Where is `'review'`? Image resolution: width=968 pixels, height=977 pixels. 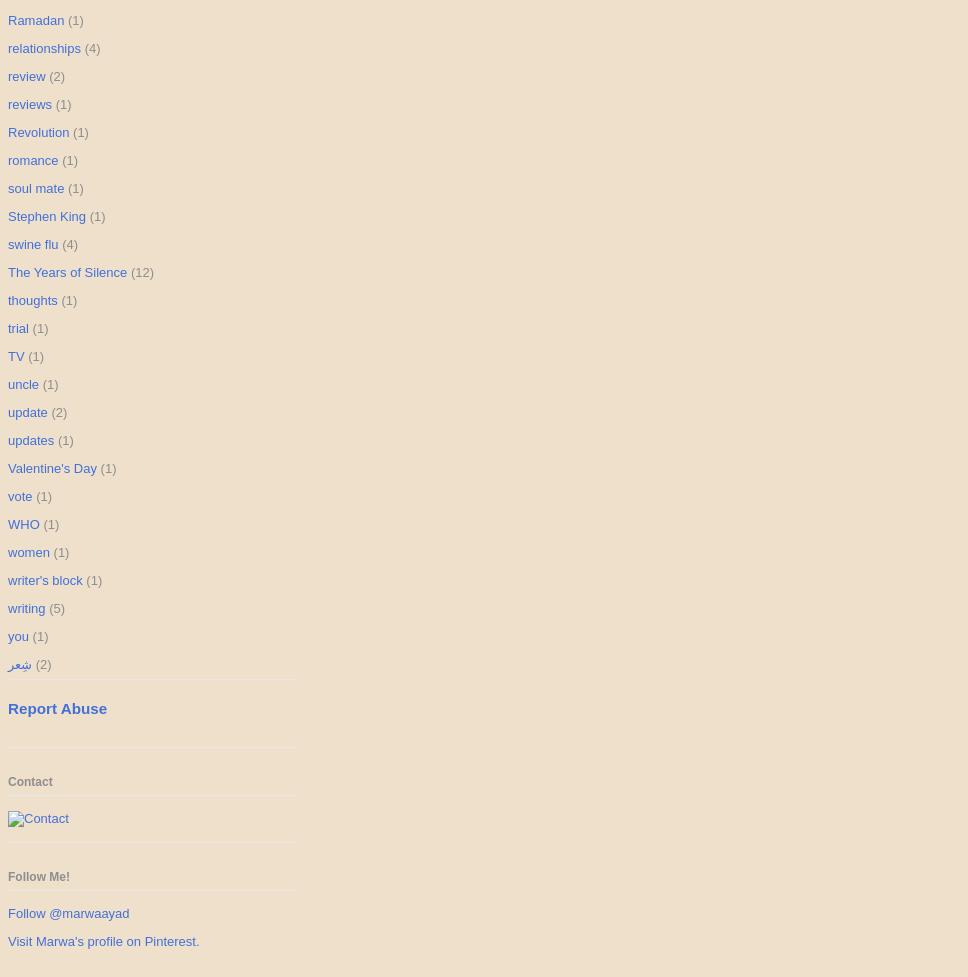
'review' is located at coordinates (26, 76).